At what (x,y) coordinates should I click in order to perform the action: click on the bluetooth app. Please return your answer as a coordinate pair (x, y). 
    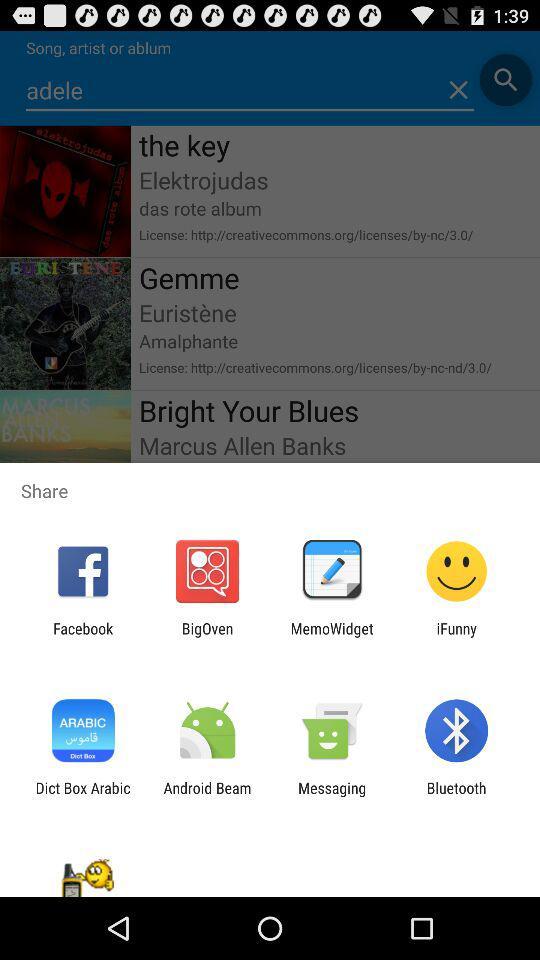
    Looking at the image, I should click on (456, 796).